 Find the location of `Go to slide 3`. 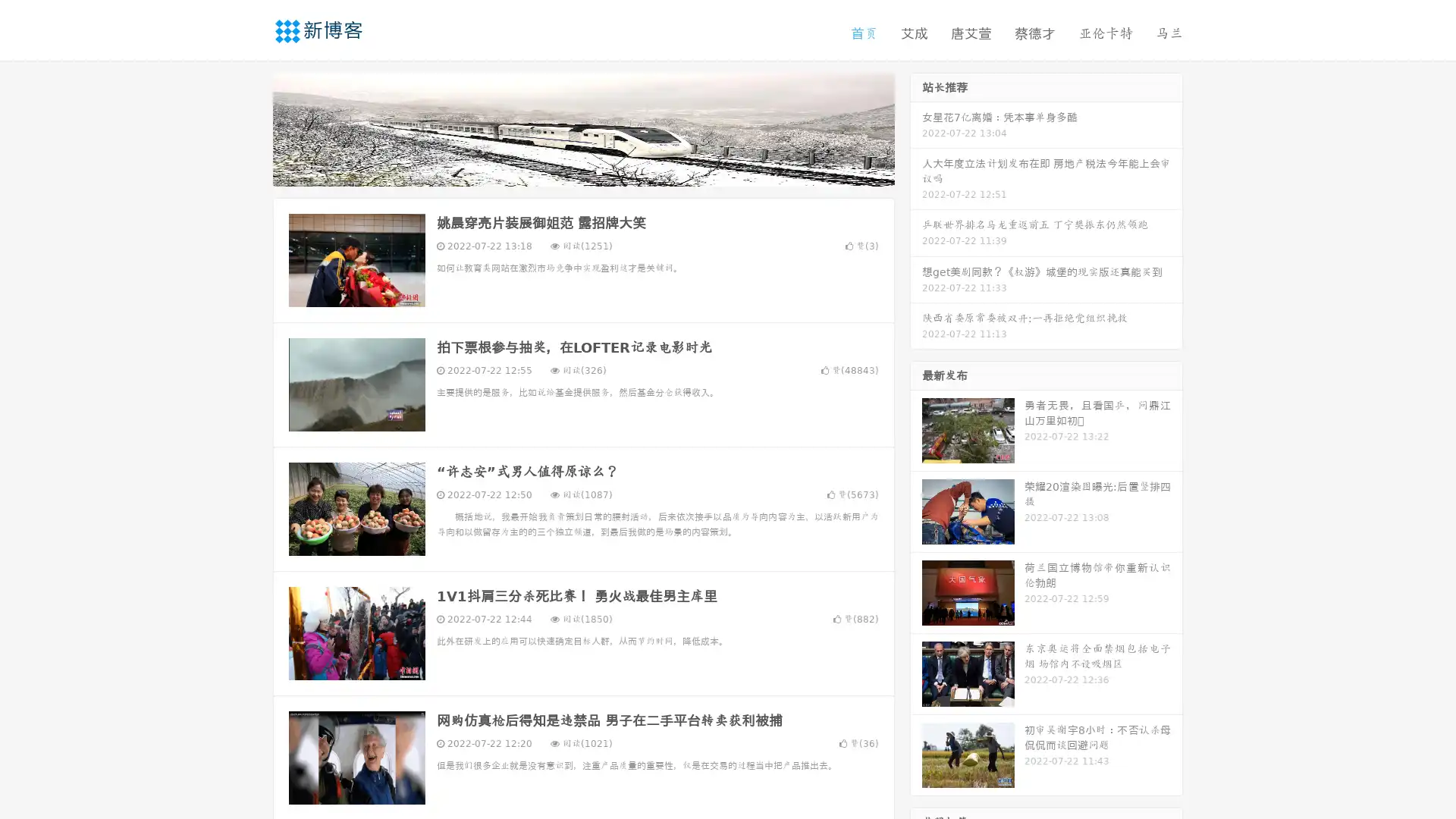

Go to slide 3 is located at coordinates (598, 171).